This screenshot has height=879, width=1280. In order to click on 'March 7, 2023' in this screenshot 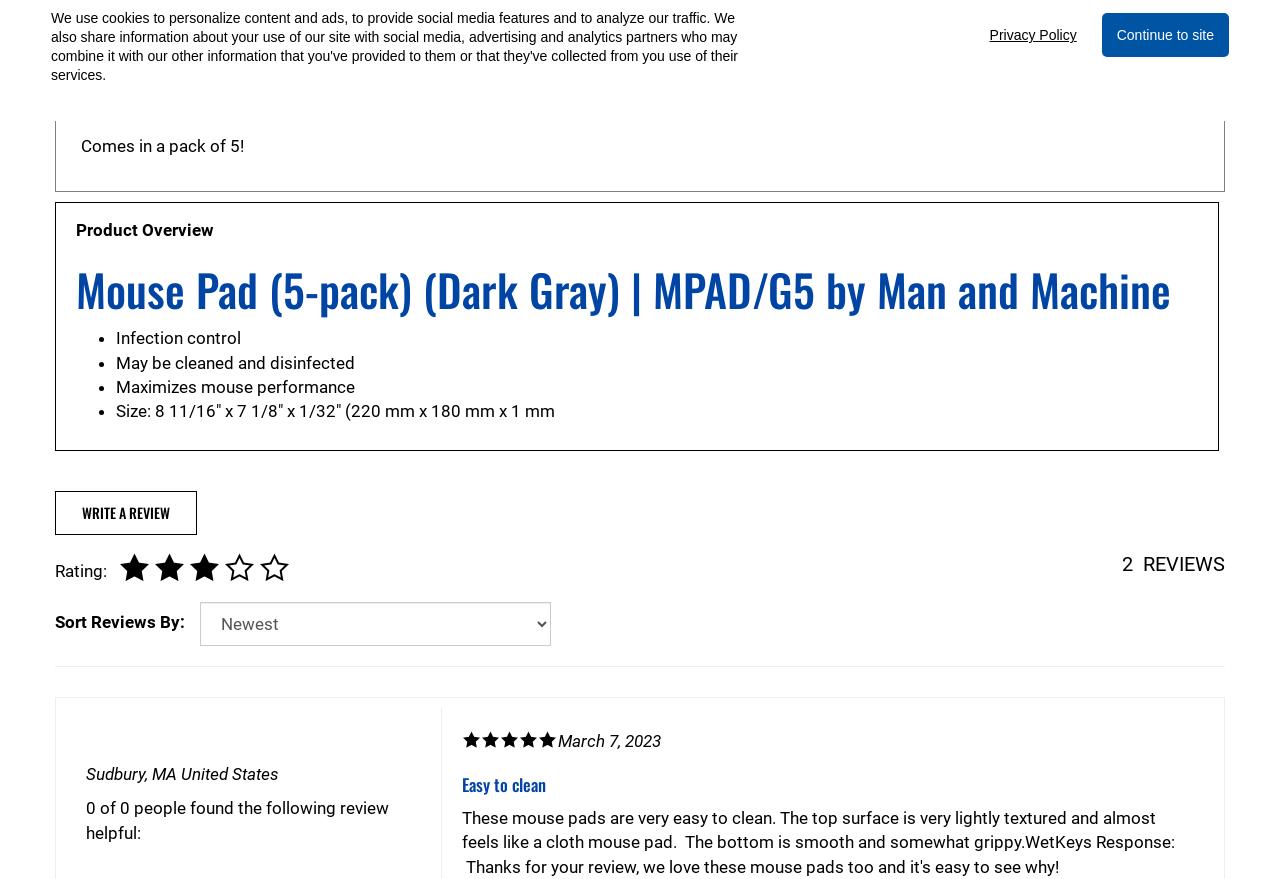, I will do `click(607, 739)`.